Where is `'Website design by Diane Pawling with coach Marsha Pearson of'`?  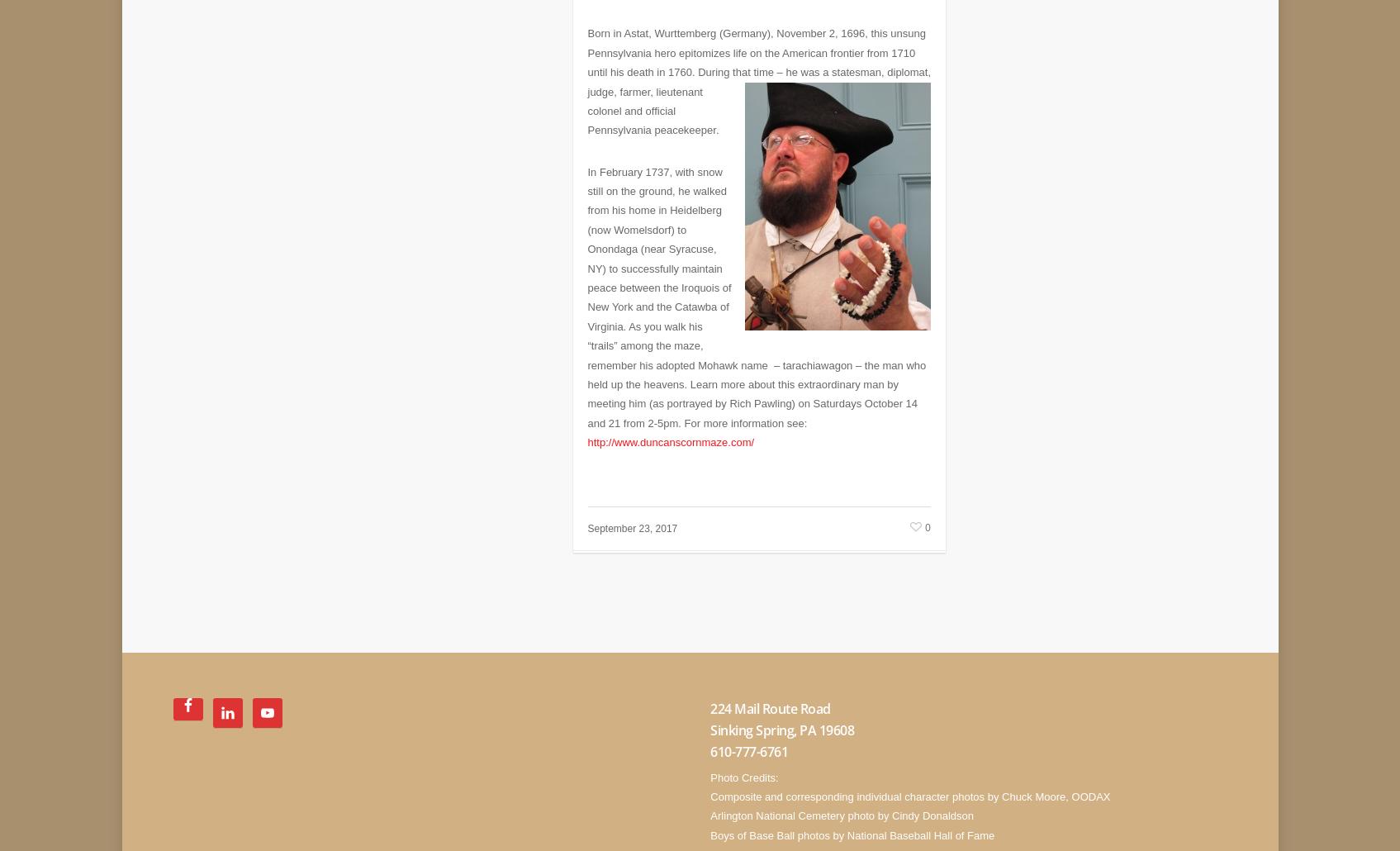
'Website design by Diane Pawling with coach Marsha Pearson of' is located at coordinates (865, 842).